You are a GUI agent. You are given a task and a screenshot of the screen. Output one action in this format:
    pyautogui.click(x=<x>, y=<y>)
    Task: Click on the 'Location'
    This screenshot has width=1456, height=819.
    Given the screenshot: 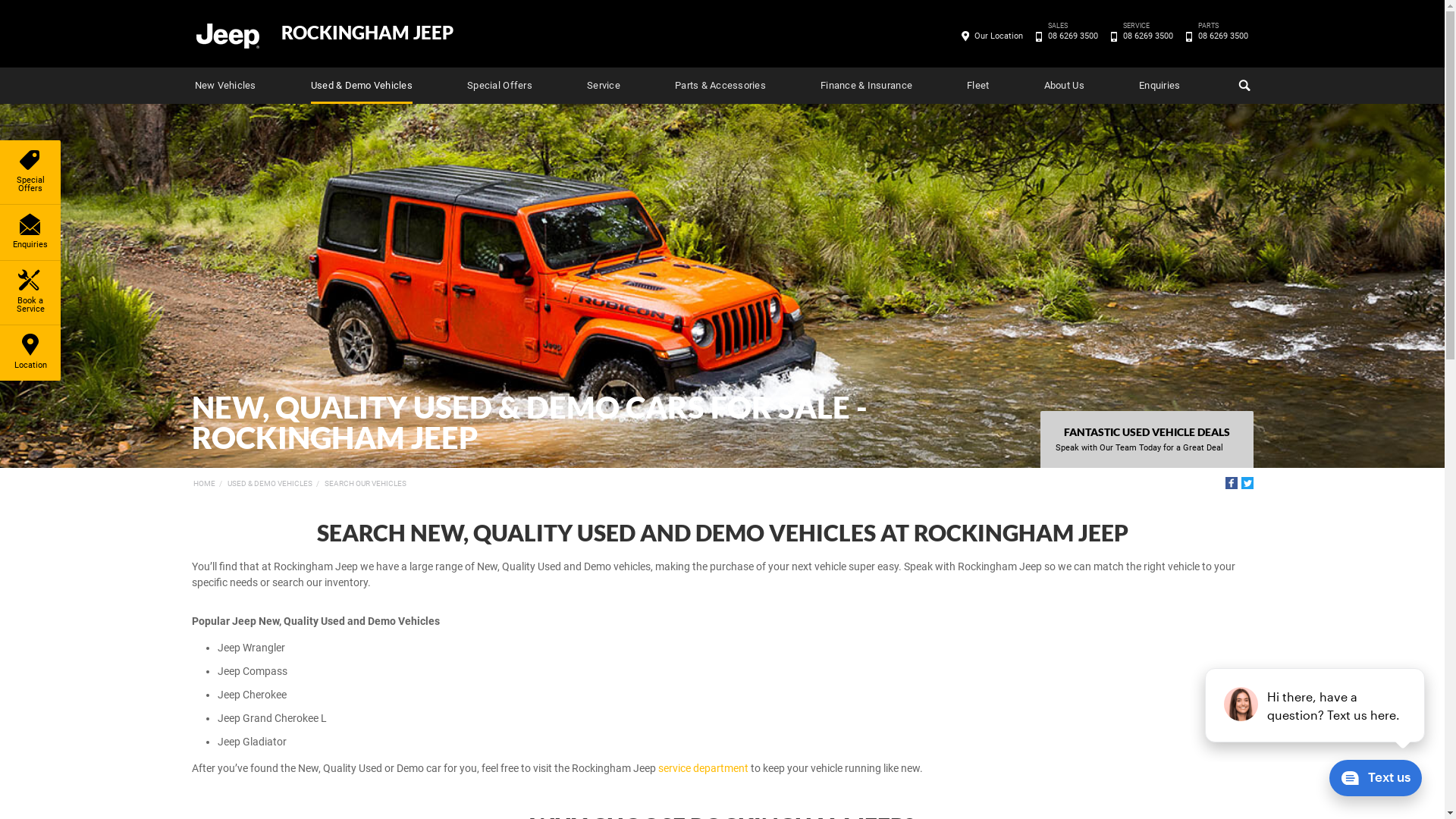 What is the action you would take?
    pyautogui.click(x=0, y=353)
    